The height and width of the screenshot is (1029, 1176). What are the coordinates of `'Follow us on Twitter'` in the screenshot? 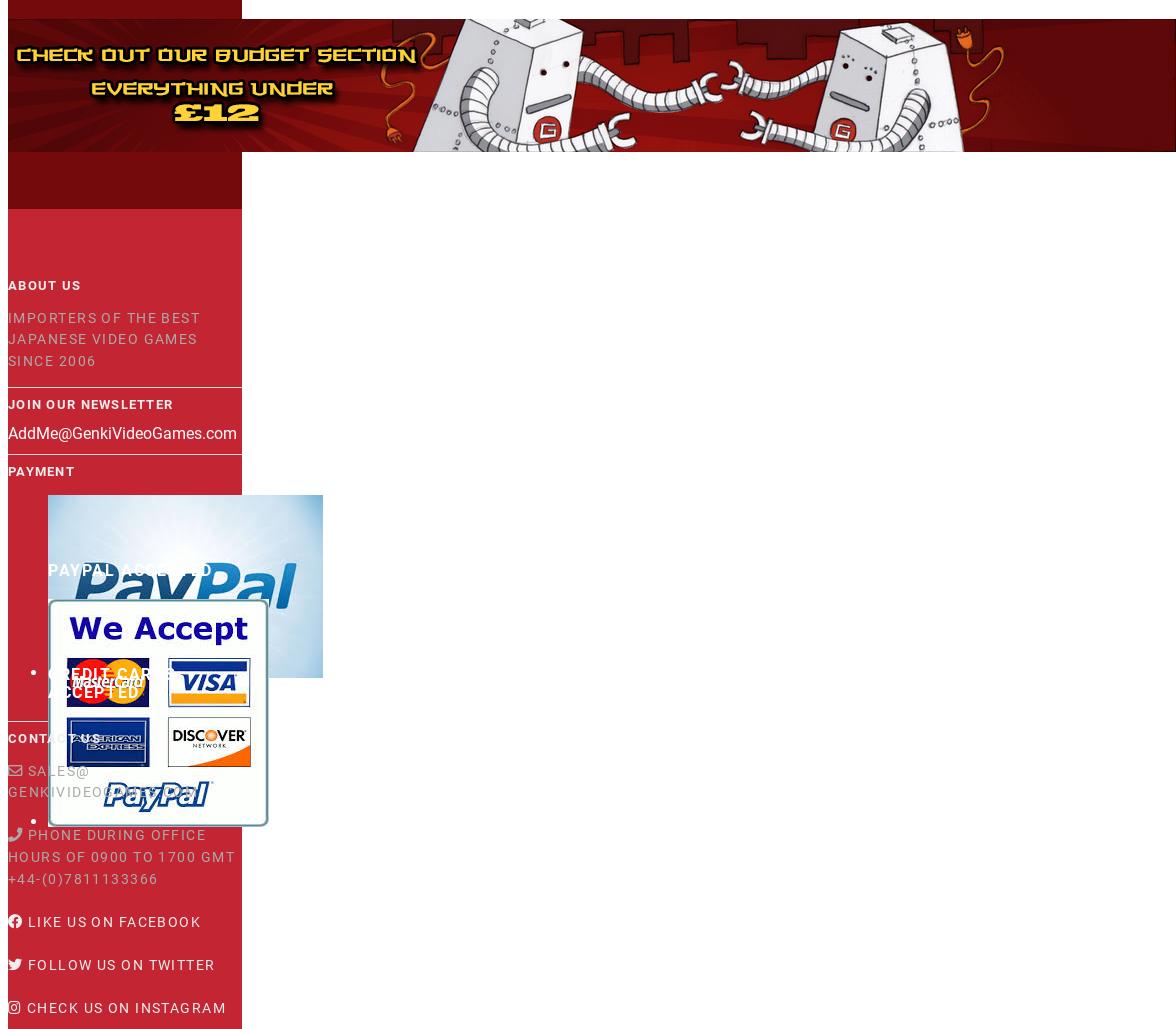 It's located at (119, 964).